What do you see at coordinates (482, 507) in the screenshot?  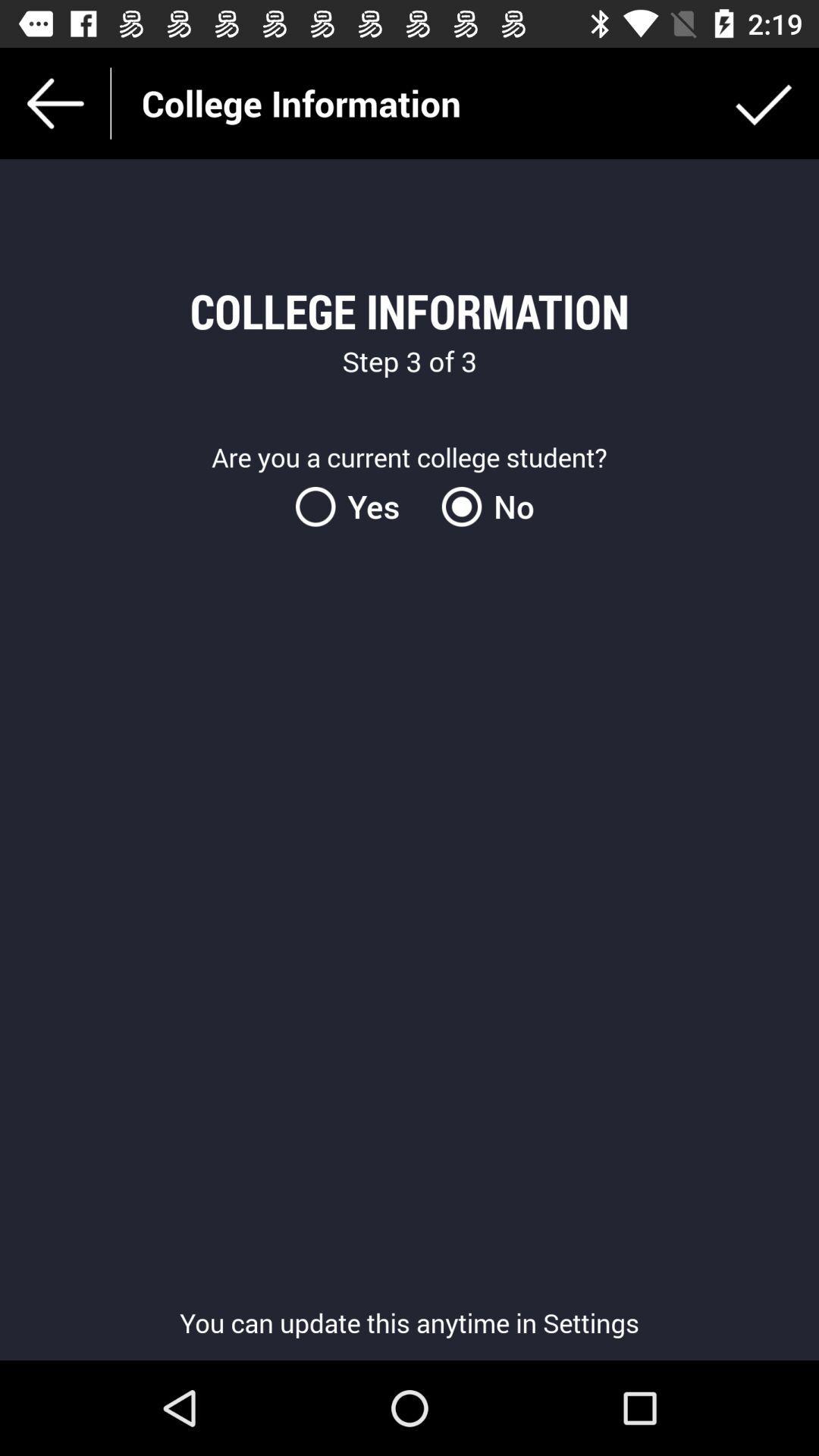 I see `item to the right of yes item` at bounding box center [482, 507].